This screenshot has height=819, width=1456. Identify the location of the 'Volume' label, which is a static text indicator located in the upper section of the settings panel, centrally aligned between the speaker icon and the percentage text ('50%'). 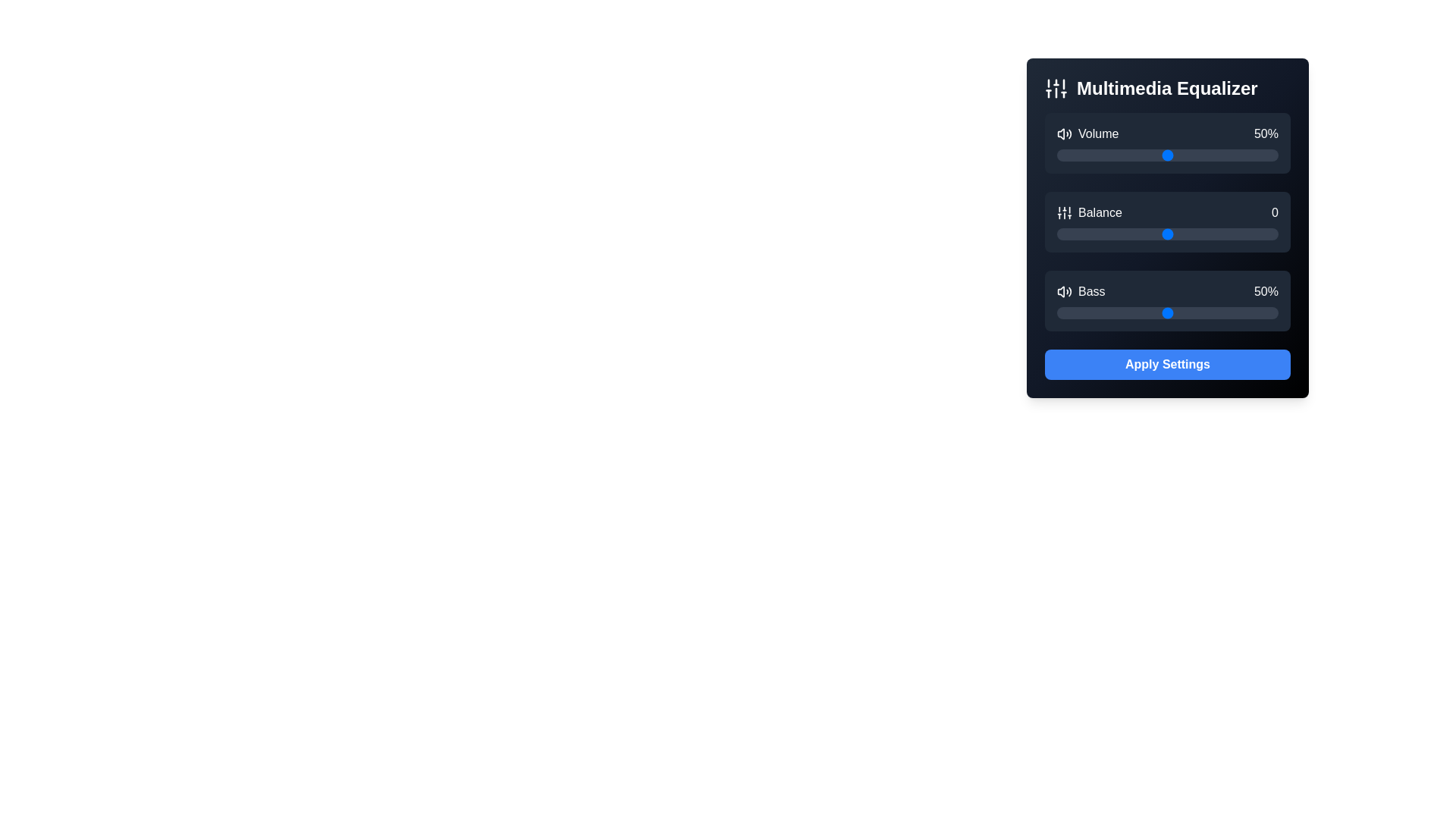
(1087, 133).